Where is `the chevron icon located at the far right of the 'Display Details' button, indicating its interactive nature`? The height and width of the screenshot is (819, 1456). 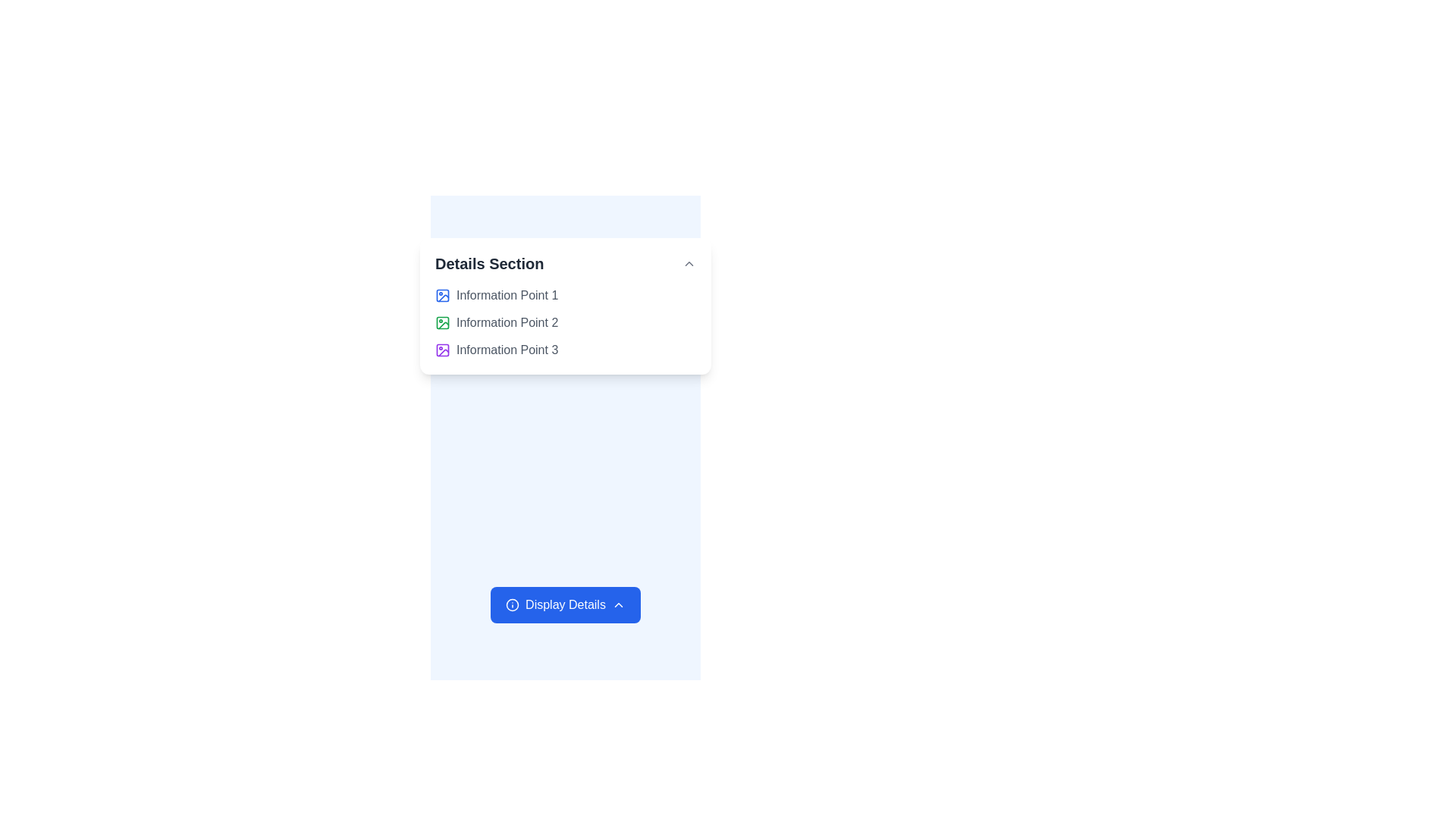
the chevron icon located at the far right of the 'Display Details' button, indicating its interactive nature is located at coordinates (619, 604).